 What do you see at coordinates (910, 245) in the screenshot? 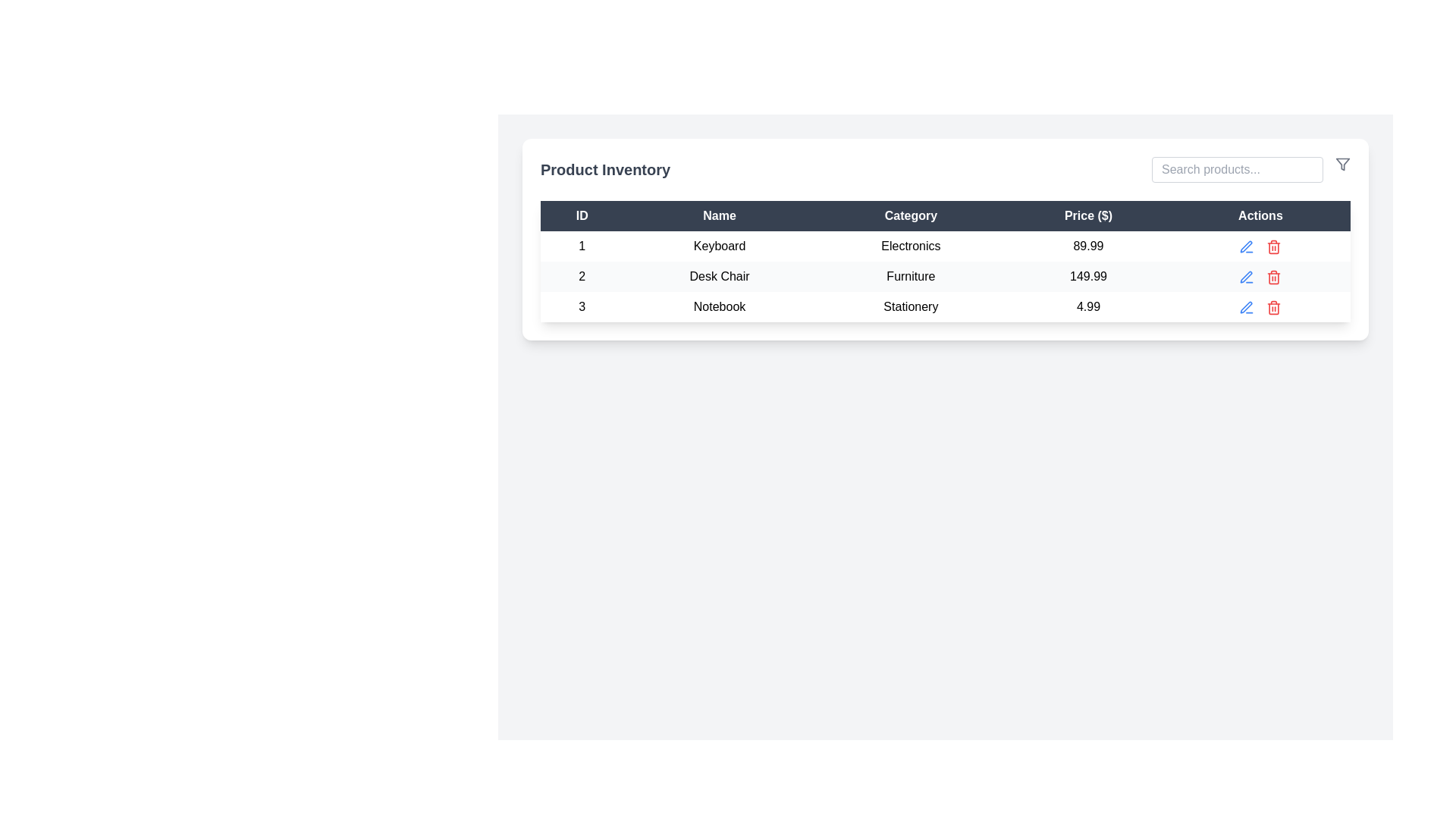
I see `the text label displaying 'Electronics' located in the 'Category' column of the first data row of the product inventory table` at bounding box center [910, 245].